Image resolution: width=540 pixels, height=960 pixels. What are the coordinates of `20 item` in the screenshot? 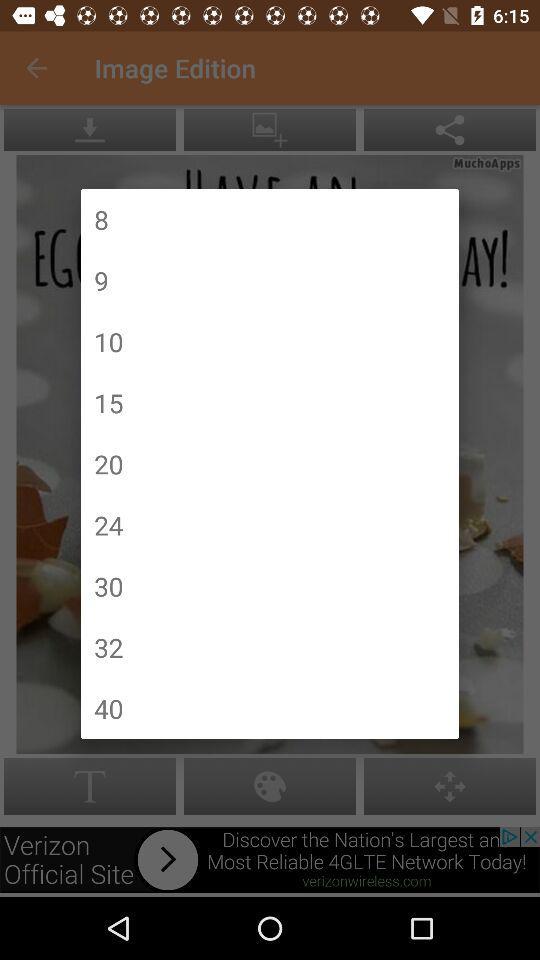 It's located at (108, 464).